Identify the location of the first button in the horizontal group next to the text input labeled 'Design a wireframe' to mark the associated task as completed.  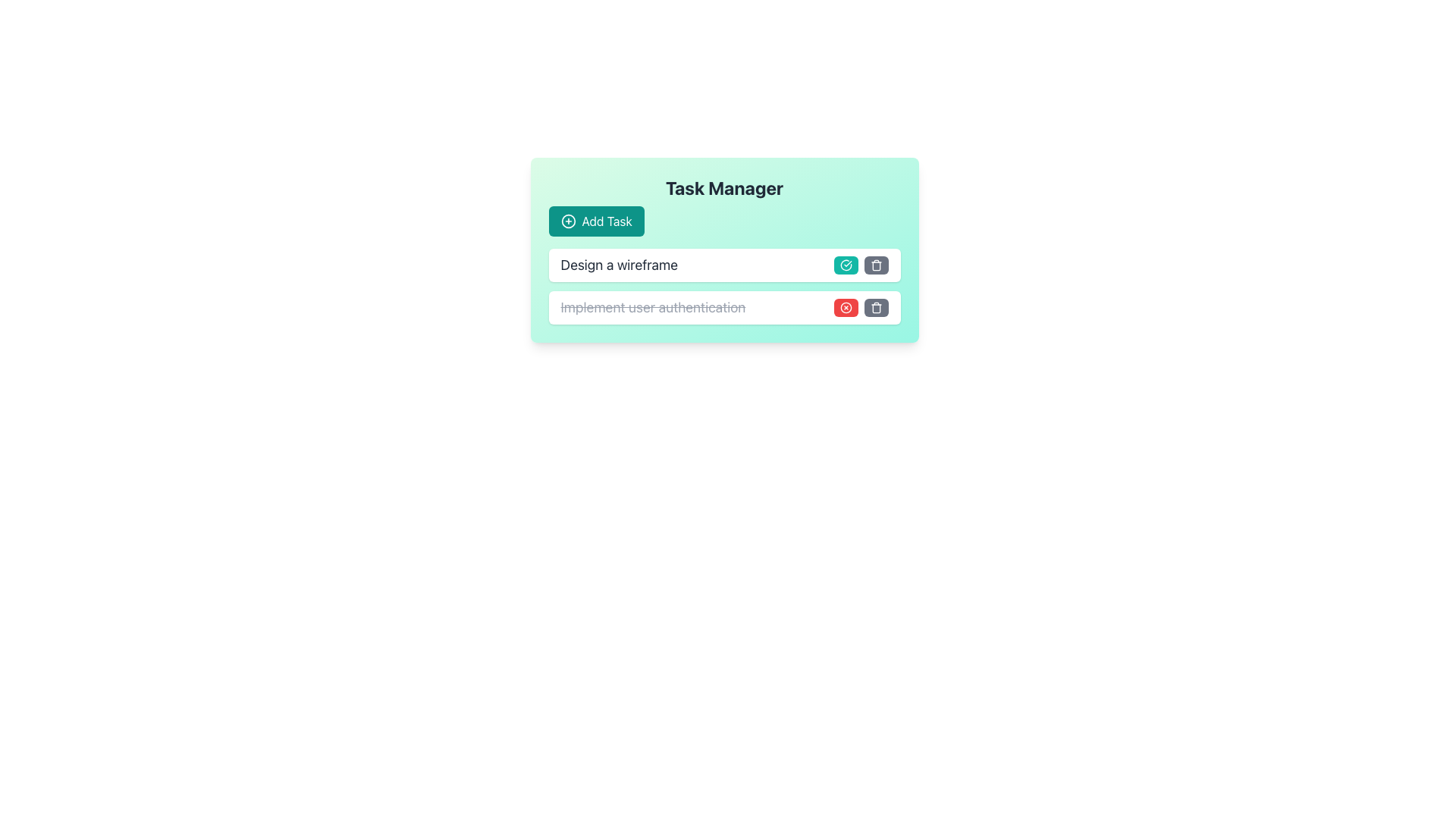
(845, 265).